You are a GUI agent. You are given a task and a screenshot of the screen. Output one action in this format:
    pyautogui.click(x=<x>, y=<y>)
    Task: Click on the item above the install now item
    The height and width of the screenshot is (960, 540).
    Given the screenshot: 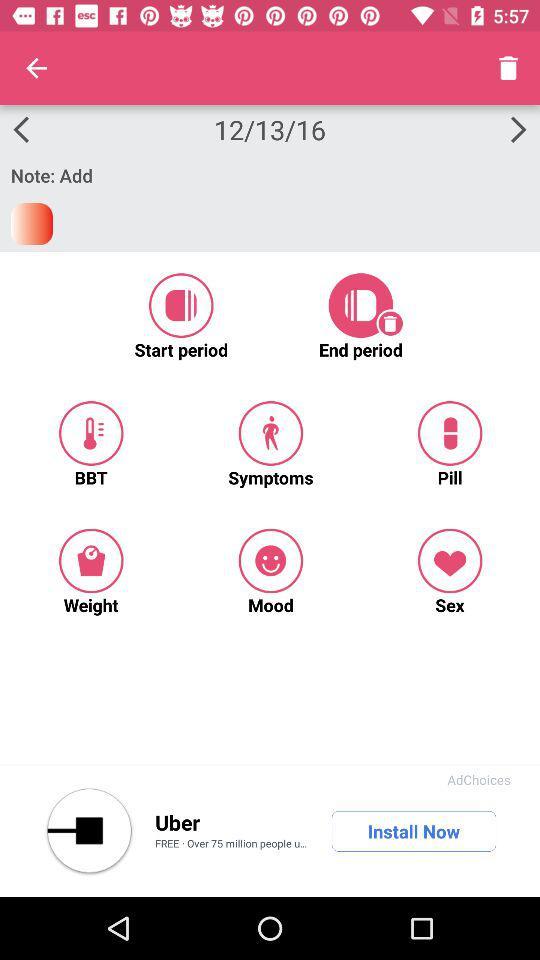 What is the action you would take?
    pyautogui.click(x=478, y=778)
    